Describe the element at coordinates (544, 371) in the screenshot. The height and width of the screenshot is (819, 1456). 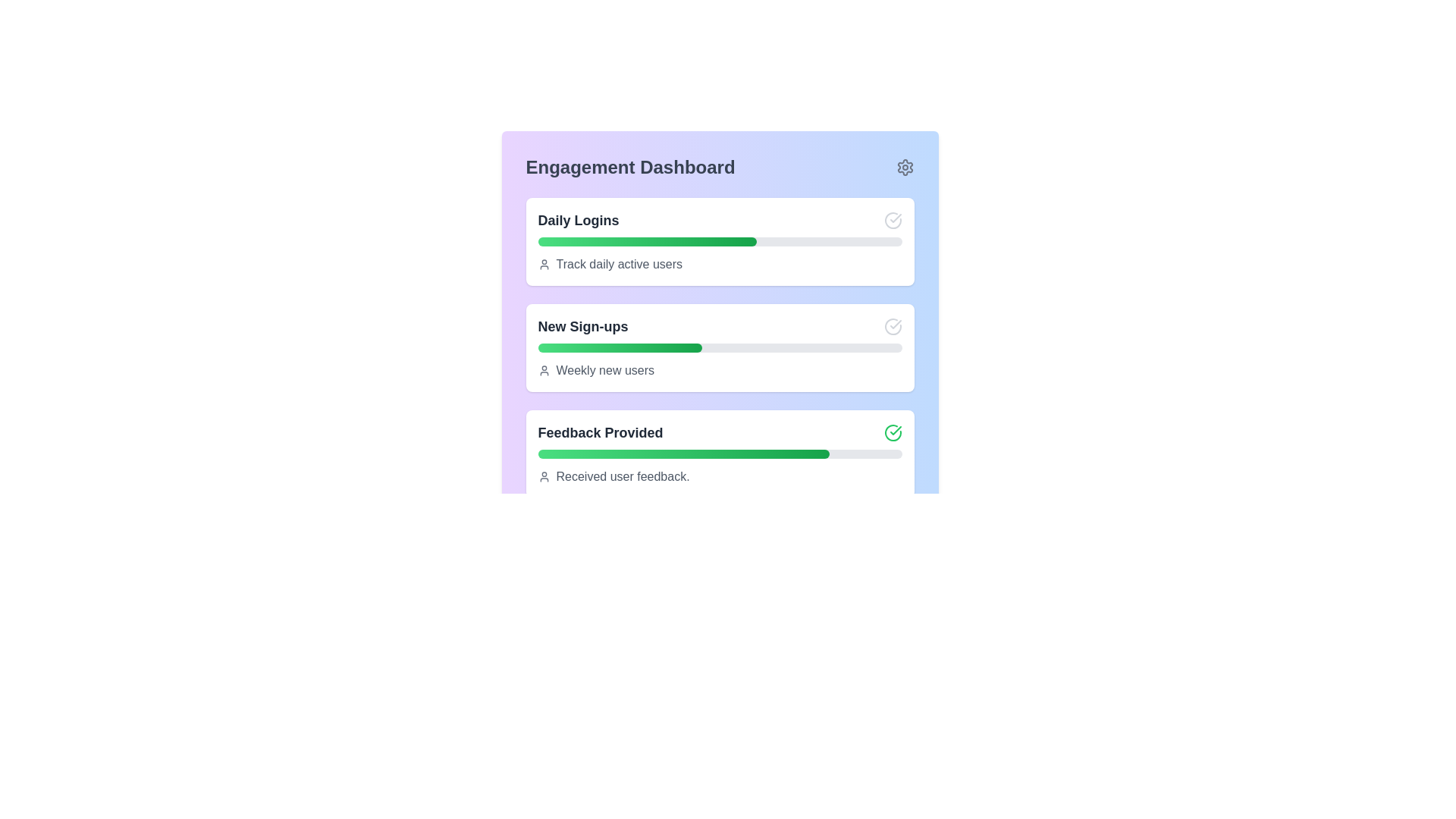
I see `the user icon located to the left of the 'Weekly new users' text within the 'New Sign-ups' card on the dashboard interface to invoke its interactive behavior` at that location.